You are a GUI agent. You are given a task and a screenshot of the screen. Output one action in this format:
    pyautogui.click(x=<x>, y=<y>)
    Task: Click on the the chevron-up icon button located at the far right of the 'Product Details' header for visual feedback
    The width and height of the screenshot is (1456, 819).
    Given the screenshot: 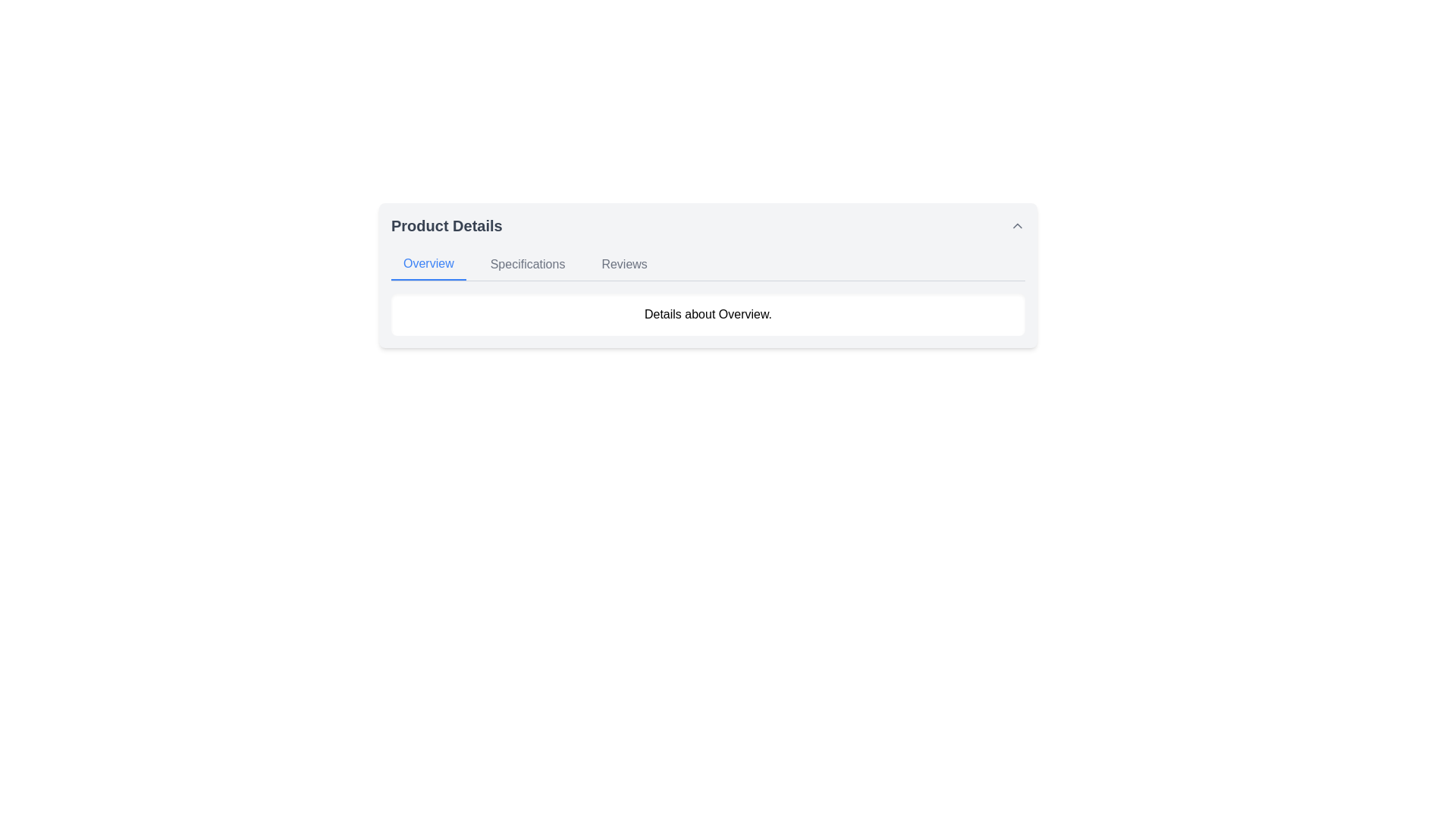 What is the action you would take?
    pyautogui.click(x=1018, y=225)
    